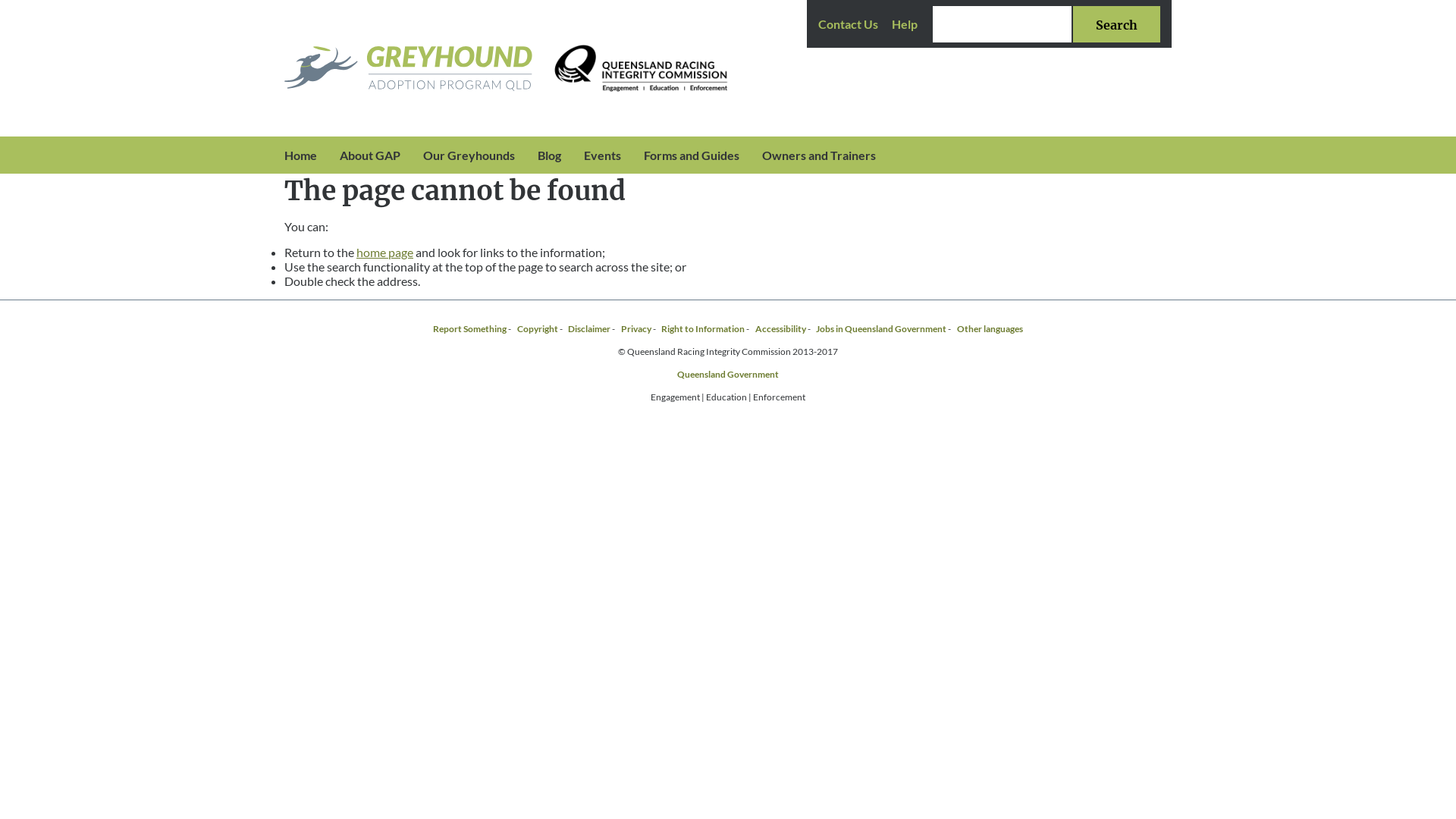 The image size is (1456, 819). Describe the element at coordinates (892, 24) in the screenshot. I see `'Help'` at that location.